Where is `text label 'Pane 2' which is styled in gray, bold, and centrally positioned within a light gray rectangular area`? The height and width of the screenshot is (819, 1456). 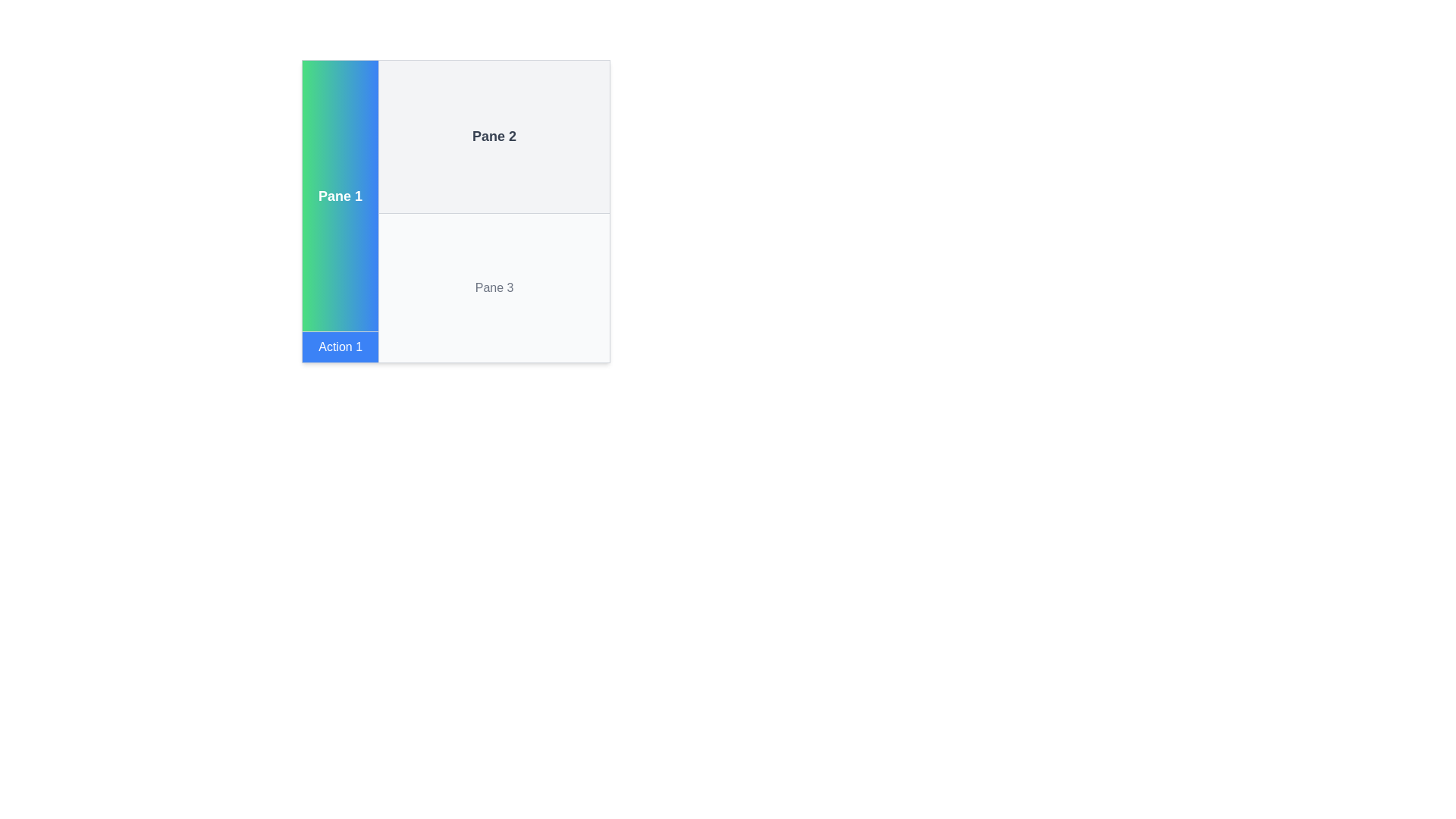 text label 'Pane 2' which is styled in gray, bold, and centrally positioned within a light gray rectangular area is located at coordinates (494, 136).